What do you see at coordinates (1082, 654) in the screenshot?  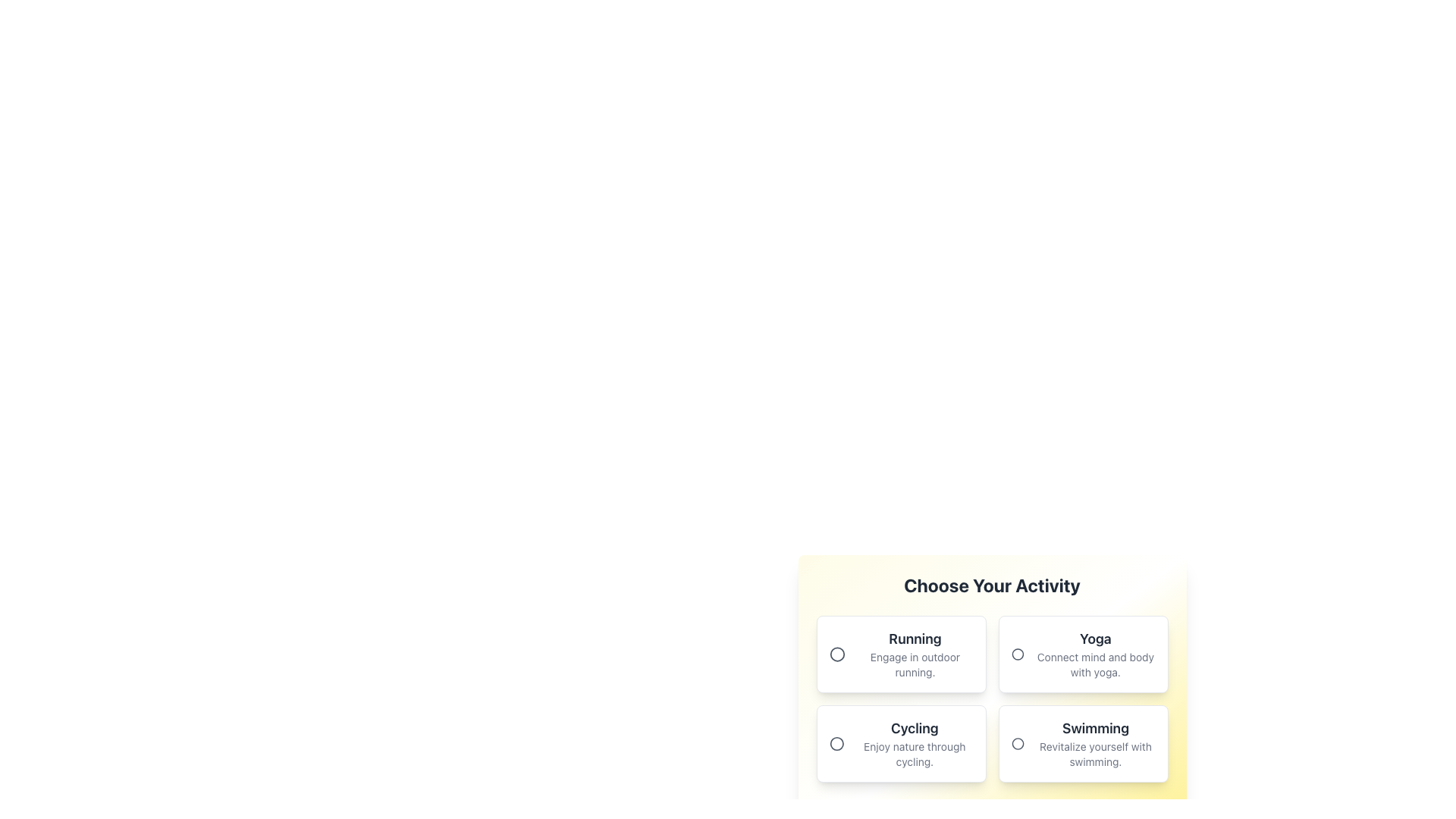 I see `the second selectable card in the grid, which represents the yoga activity option` at bounding box center [1082, 654].